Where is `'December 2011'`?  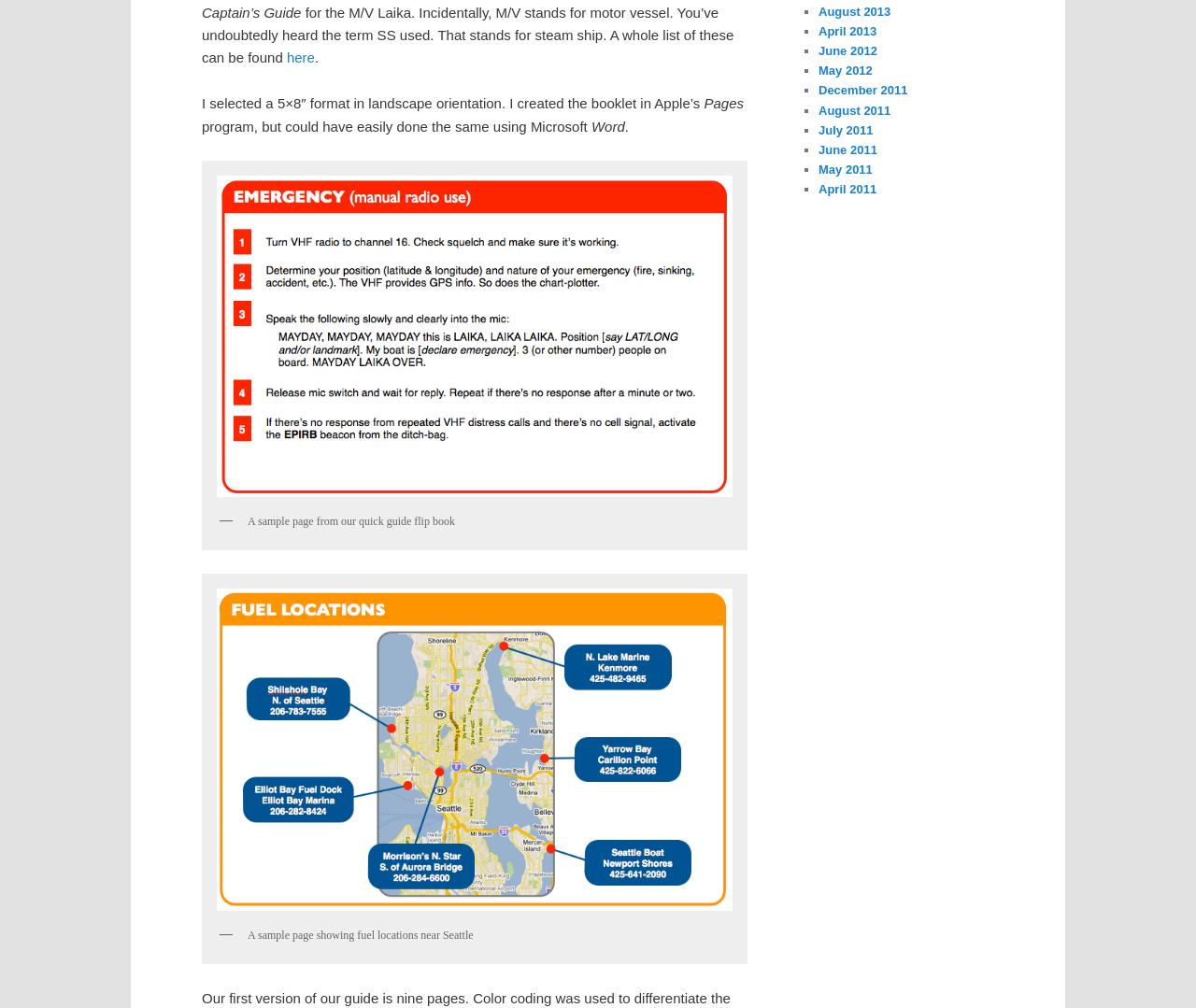 'December 2011' is located at coordinates (861, 90).